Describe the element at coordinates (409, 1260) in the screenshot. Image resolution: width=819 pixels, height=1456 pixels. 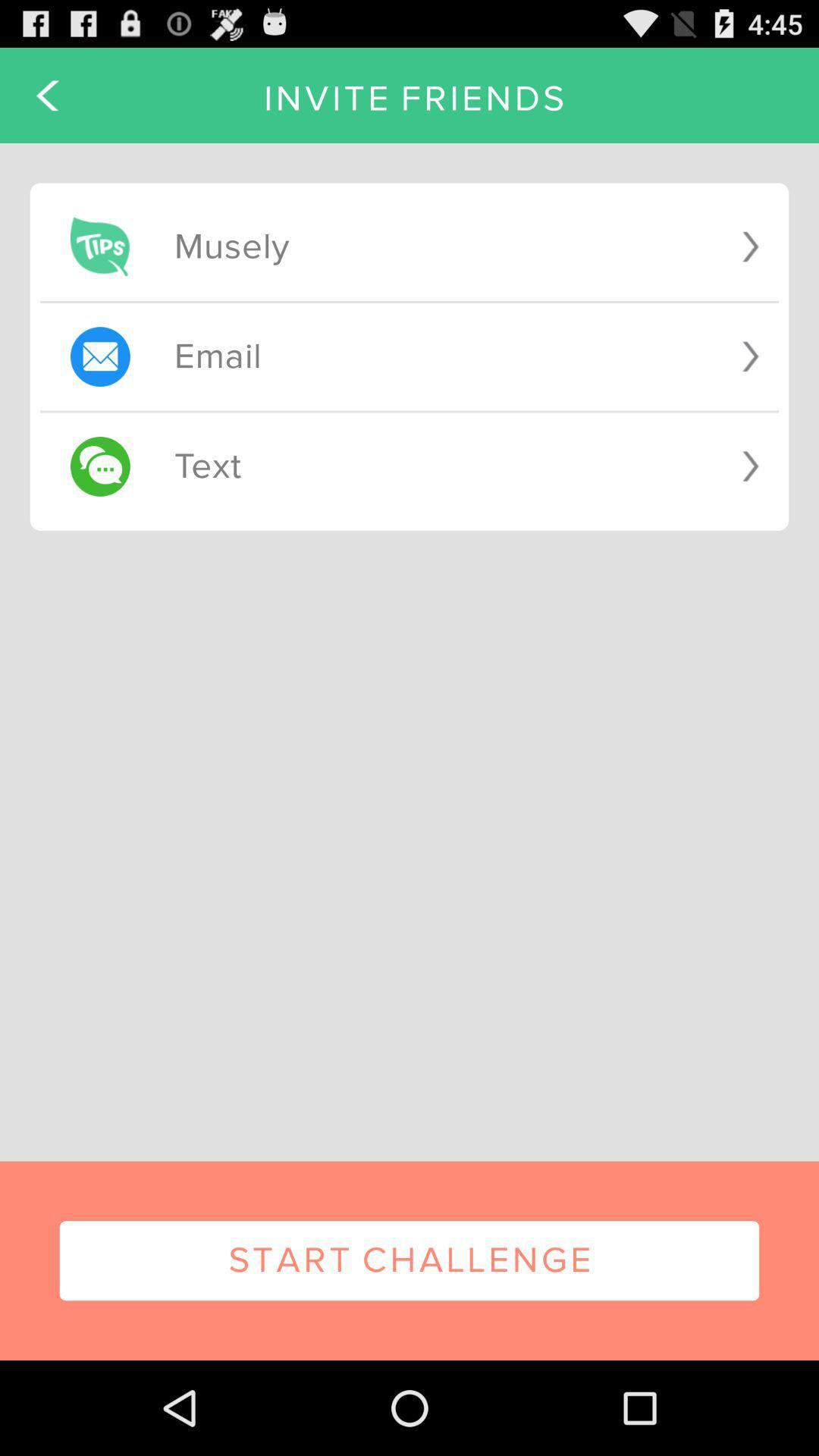
I see `the start challenge item` at that location.